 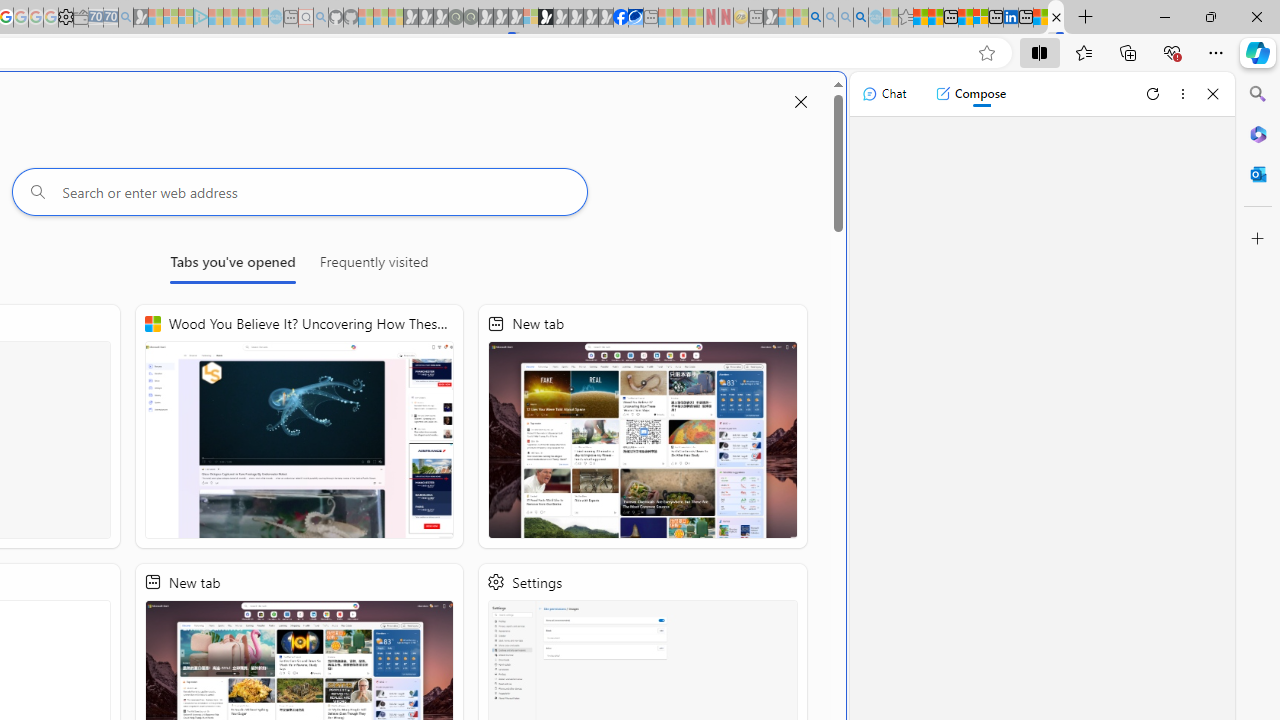 I want to click on 'New split screen', so click(x=1055, y=17).